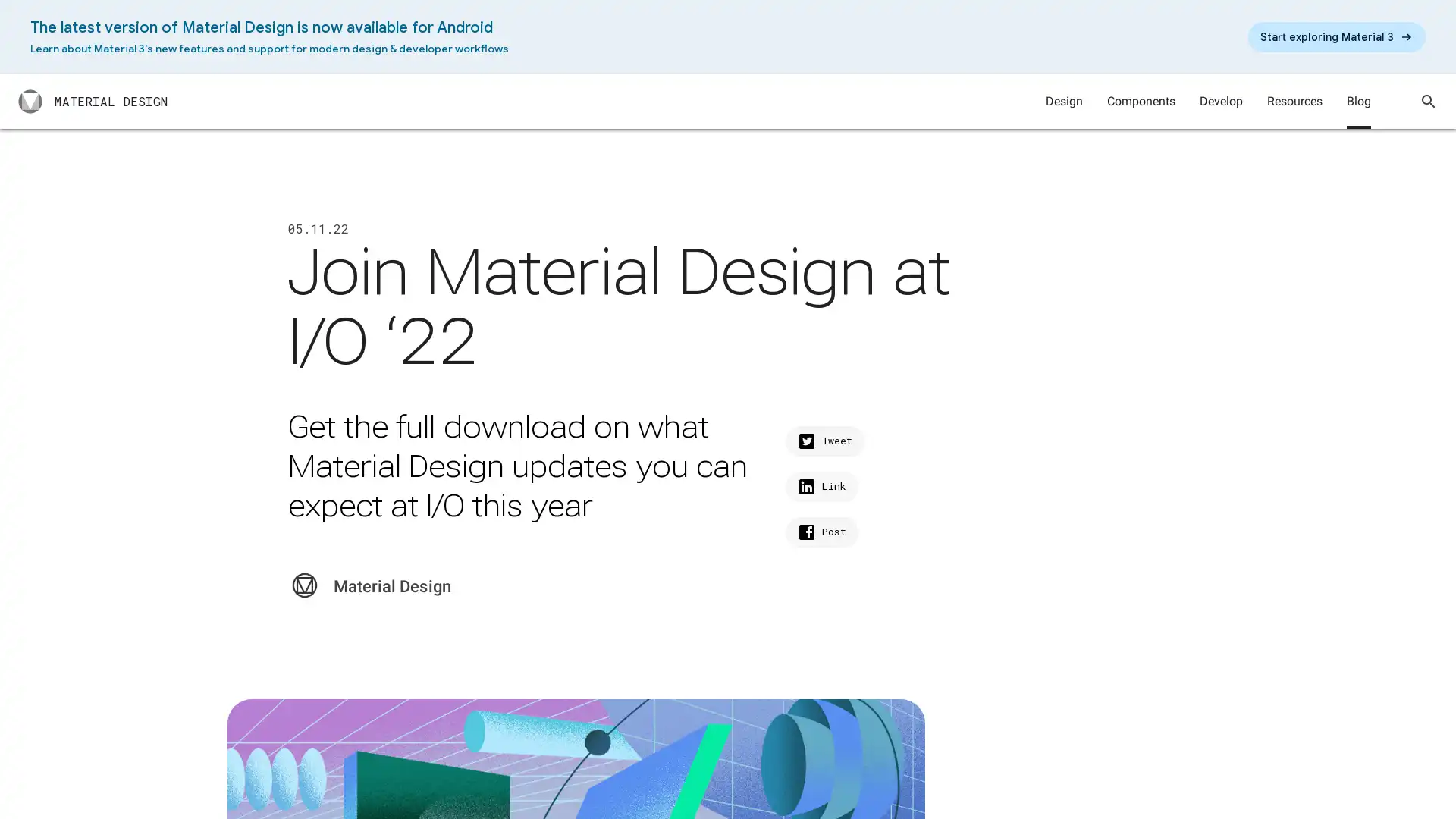 The height and width of the screenshot is (819, 1456). What do you see at coordinates (821, 486) in the screenshot?
I see `share on Linkedin` at bounding box center [821, 486].